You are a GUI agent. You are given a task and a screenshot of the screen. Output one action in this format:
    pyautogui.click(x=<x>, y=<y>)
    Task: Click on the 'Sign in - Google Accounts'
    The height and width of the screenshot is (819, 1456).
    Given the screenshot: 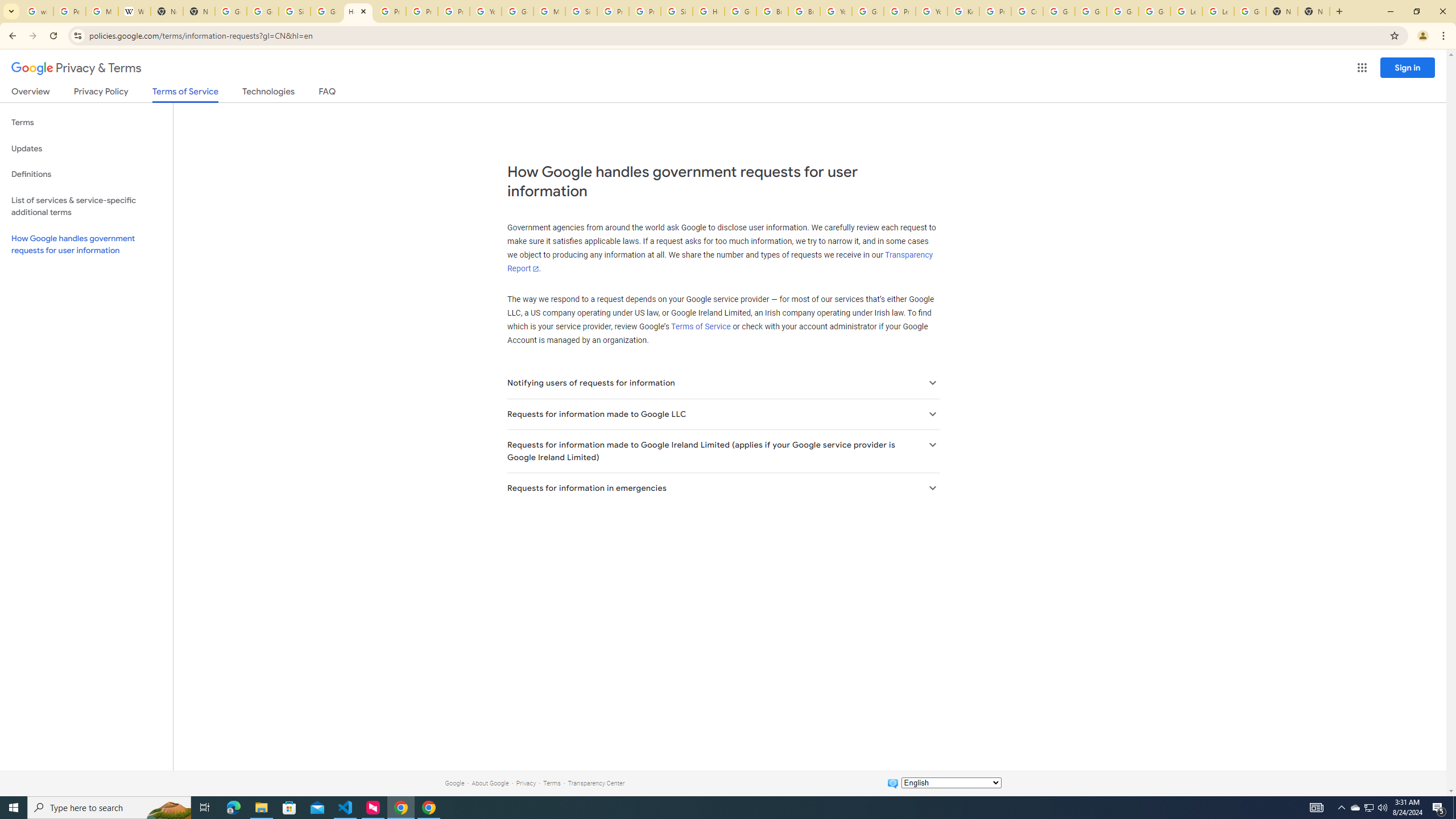 What is the action you would take?
    pyautogui.click(x=294, y=11)
    